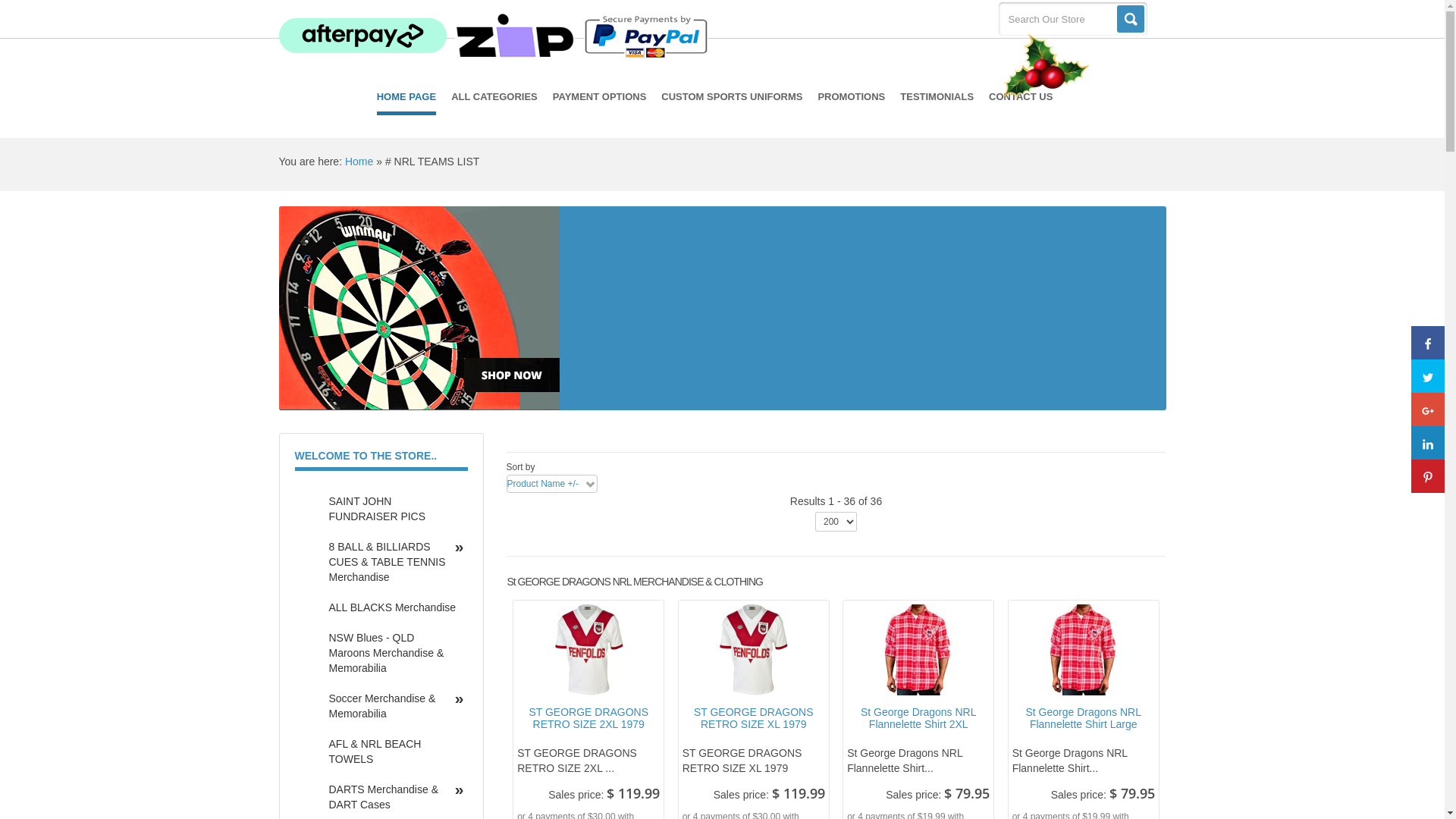 Image resolution: width=1456 pixels, height=819 pixels. What do you see at coordinates (552, 96) in the screenshot?
I see `'PAYMENT OPTIONS'` at bounding box center [552, 96].